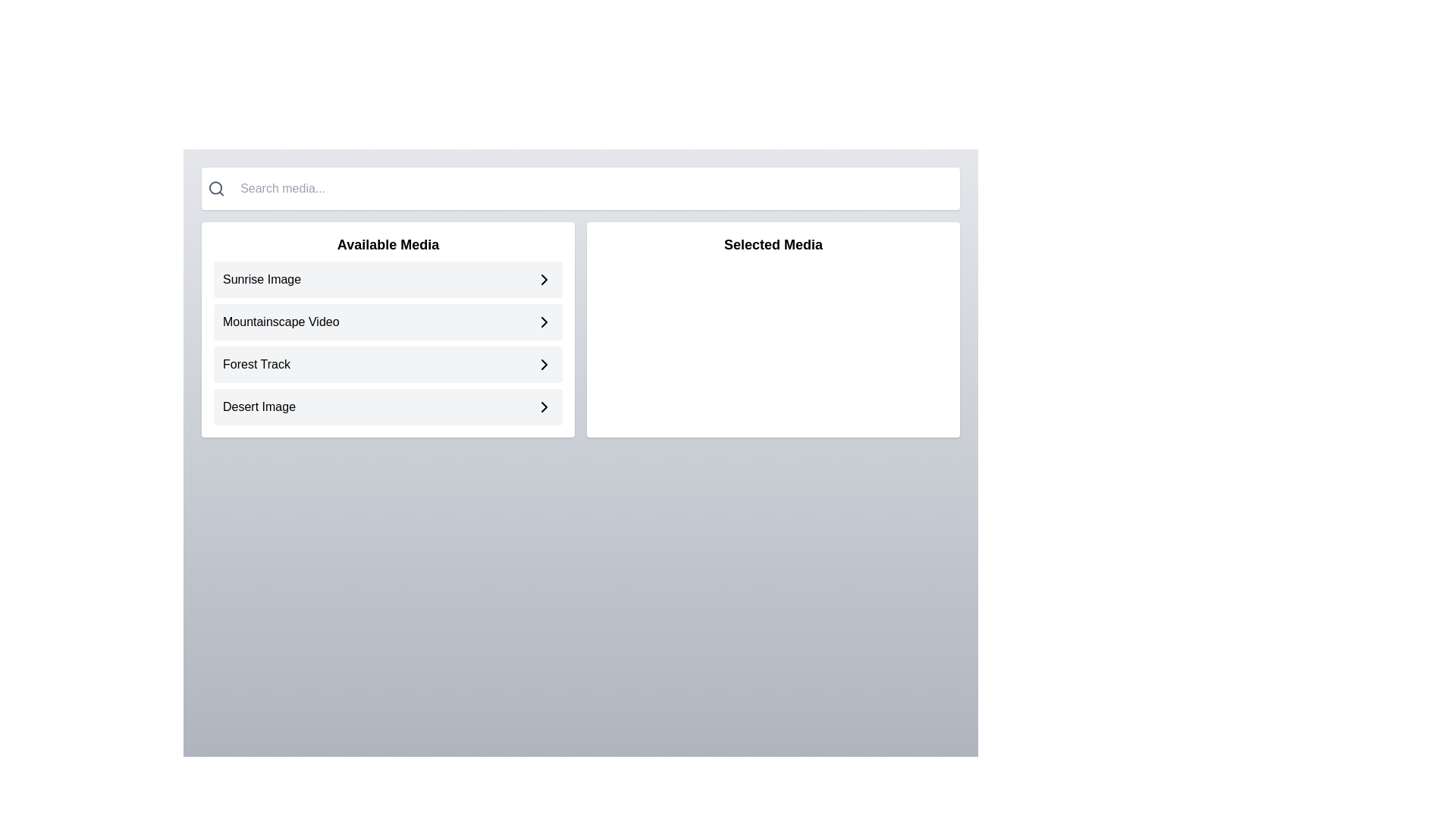  I want to click on the list item labeled 'Mountainscape Video', so click(388, 343).